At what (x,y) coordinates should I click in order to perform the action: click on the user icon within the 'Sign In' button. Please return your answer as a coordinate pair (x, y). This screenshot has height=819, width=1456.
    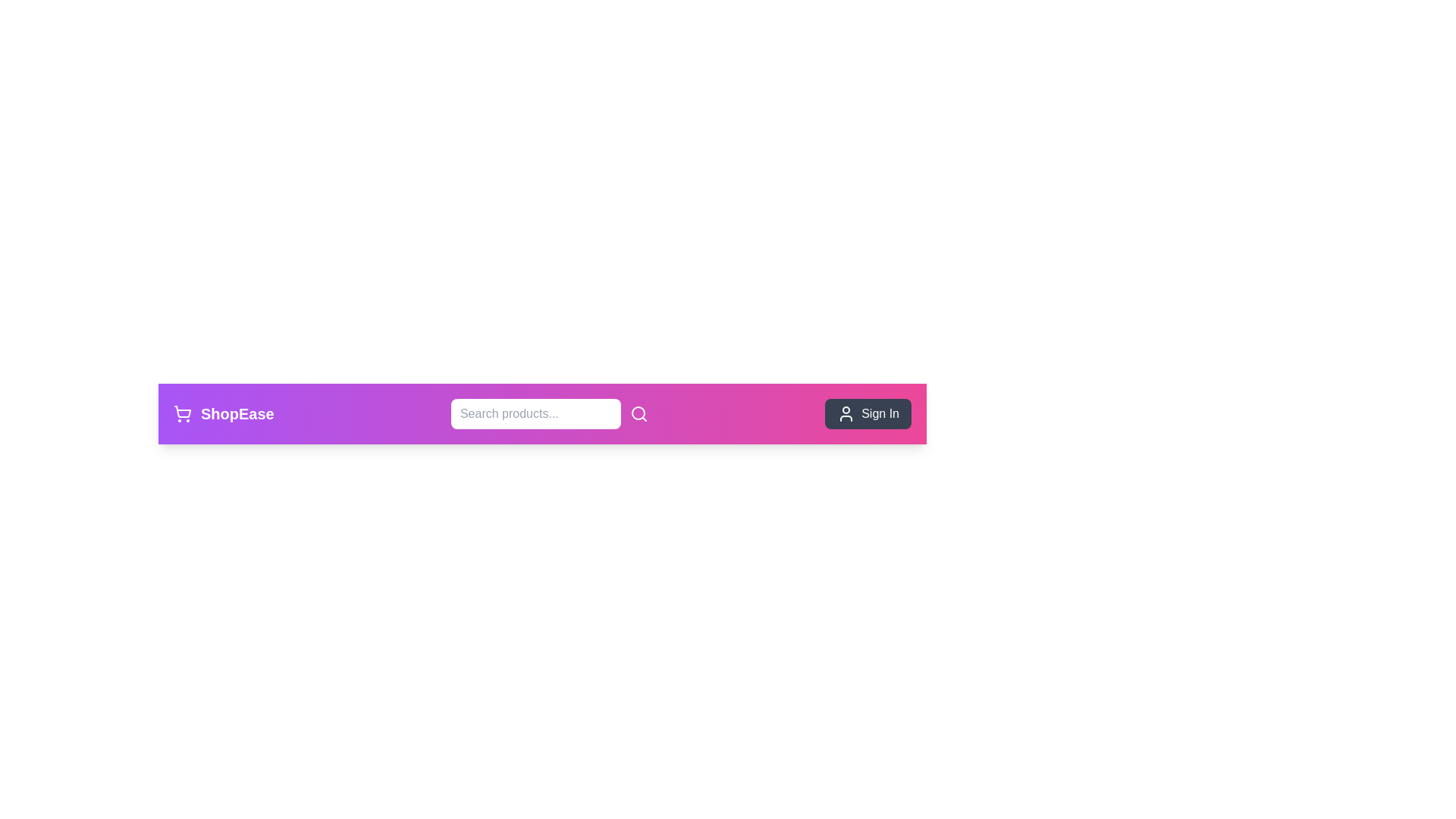
    Looking at the image, I should click on (846, 414).